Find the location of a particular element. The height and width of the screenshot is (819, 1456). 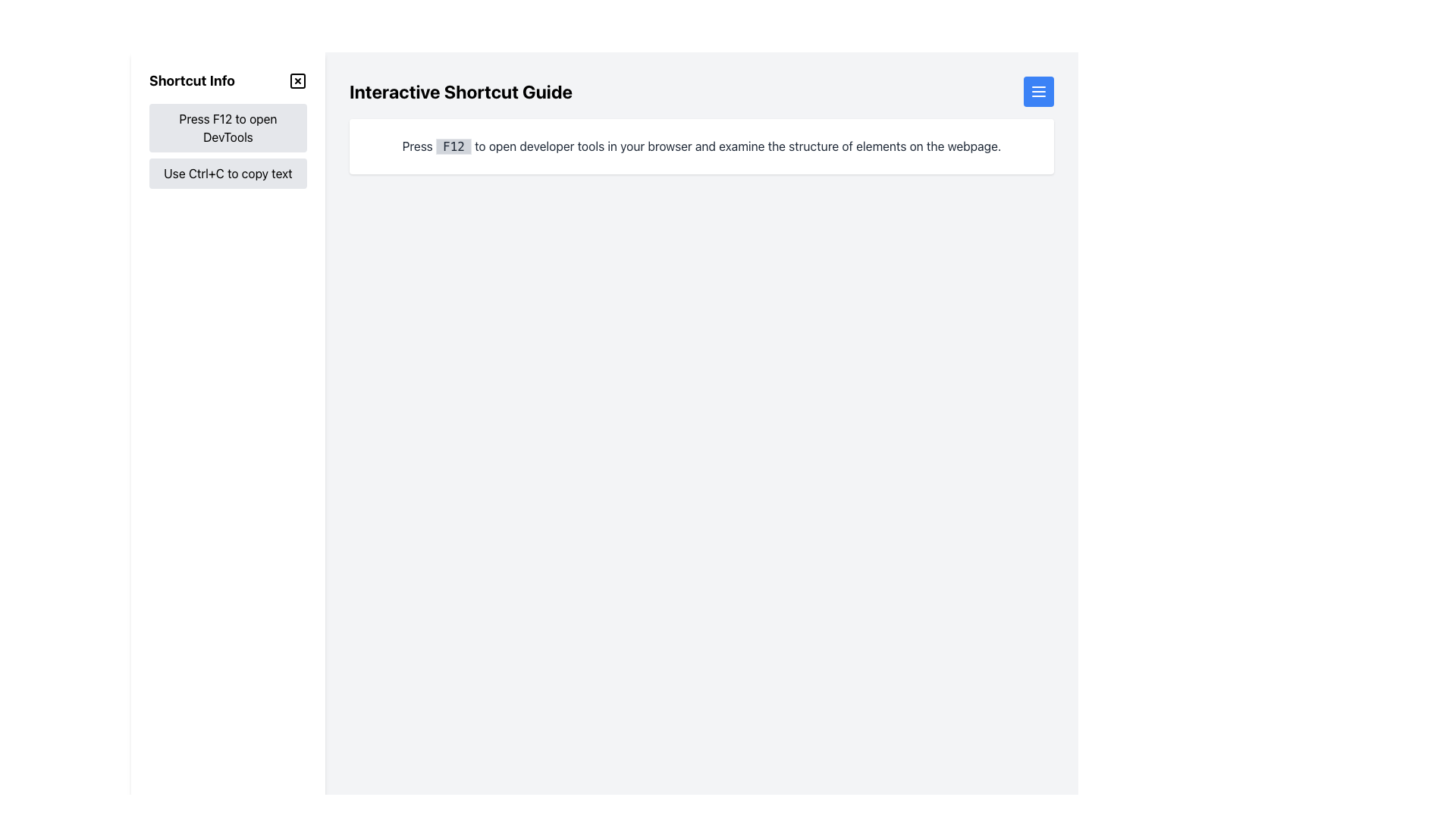

the styled label representing the 'F12' key within the directive 'Press F12 is located at coordinates (453, 146).